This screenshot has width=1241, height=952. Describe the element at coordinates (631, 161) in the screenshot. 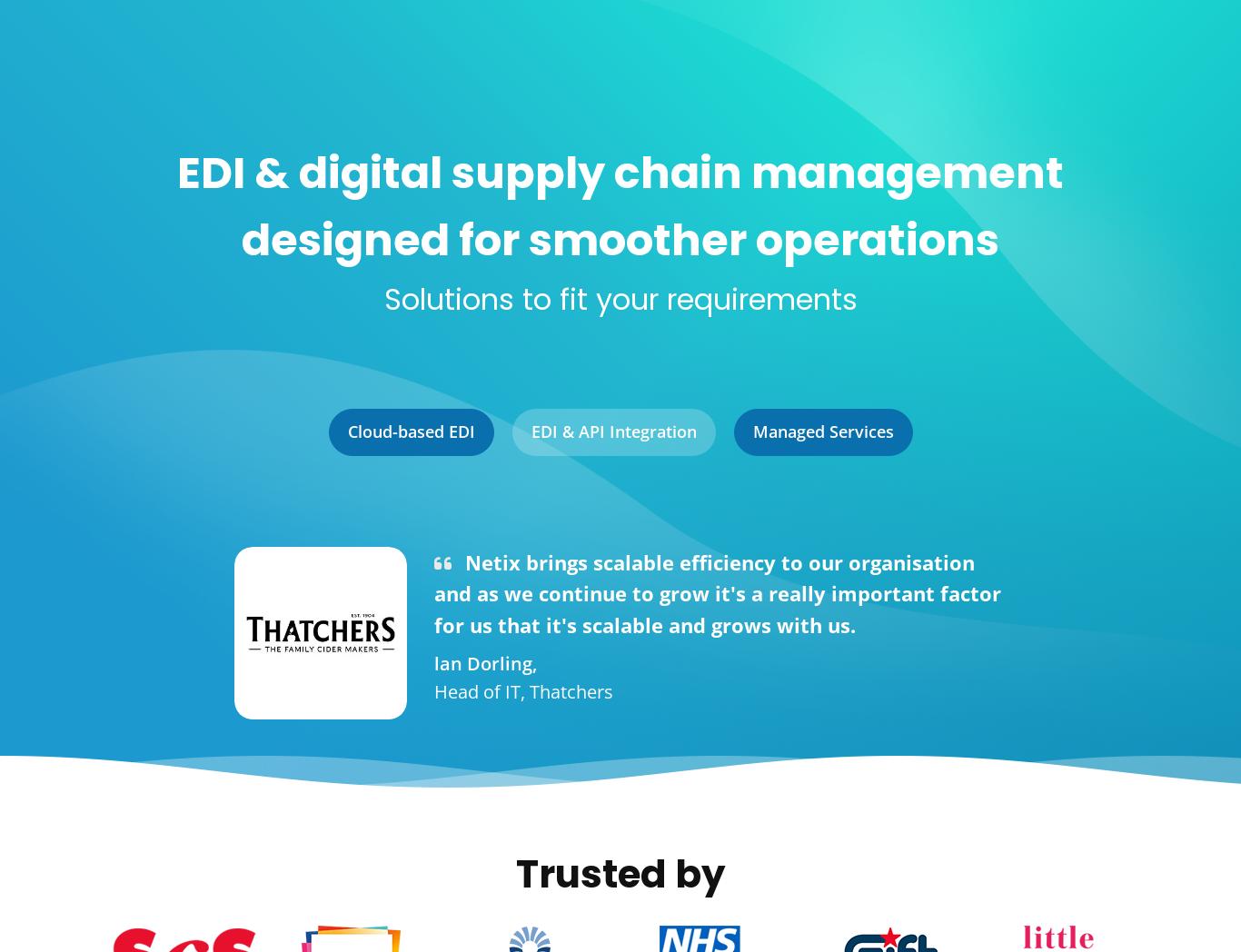

I see `'billion'` at that location.